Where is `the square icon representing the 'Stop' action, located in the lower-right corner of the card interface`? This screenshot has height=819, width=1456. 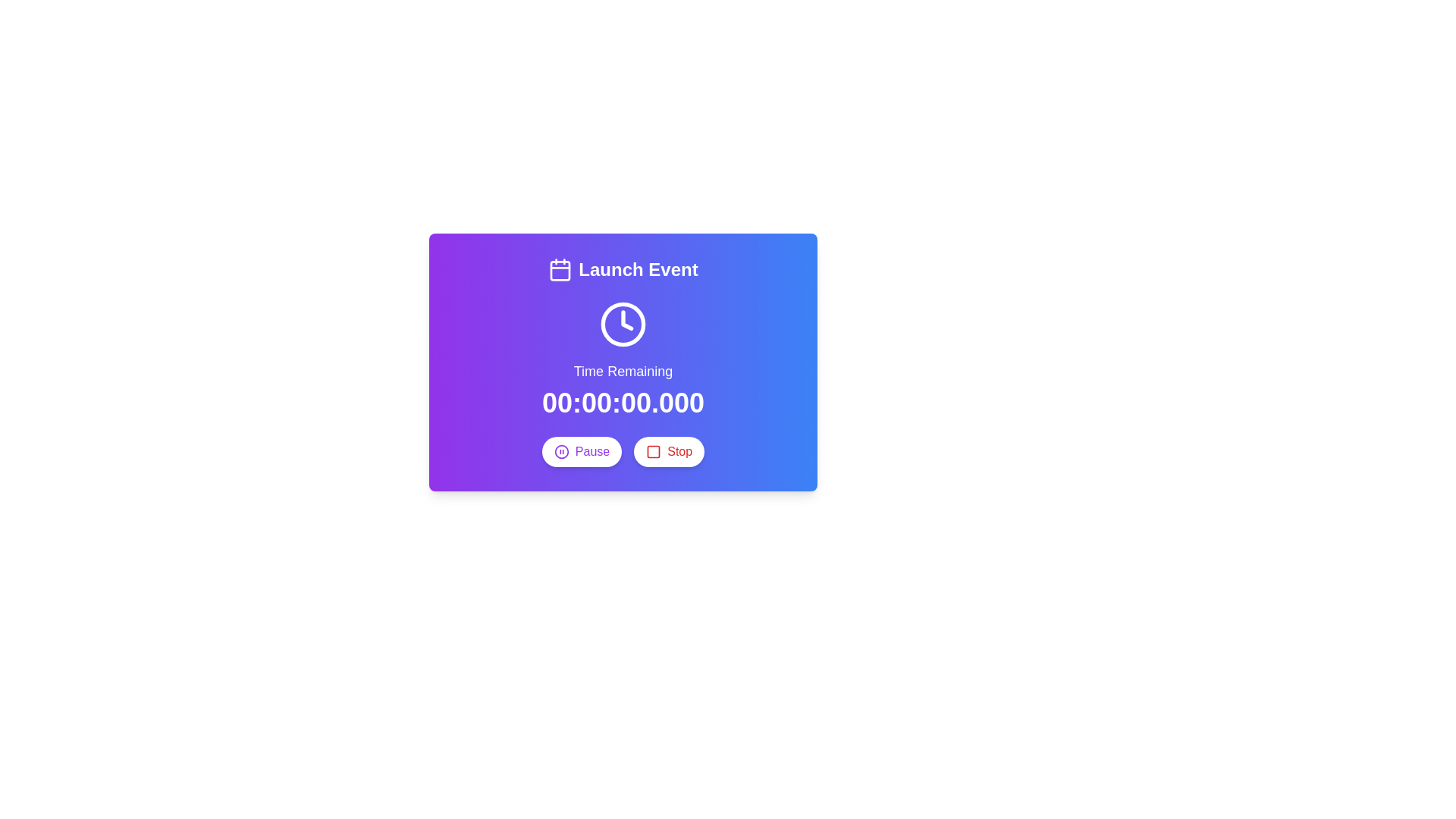 the square icon representing the 'Stop' action, located in the lower-right corner of the card interface is located at coordinates (654, 451).